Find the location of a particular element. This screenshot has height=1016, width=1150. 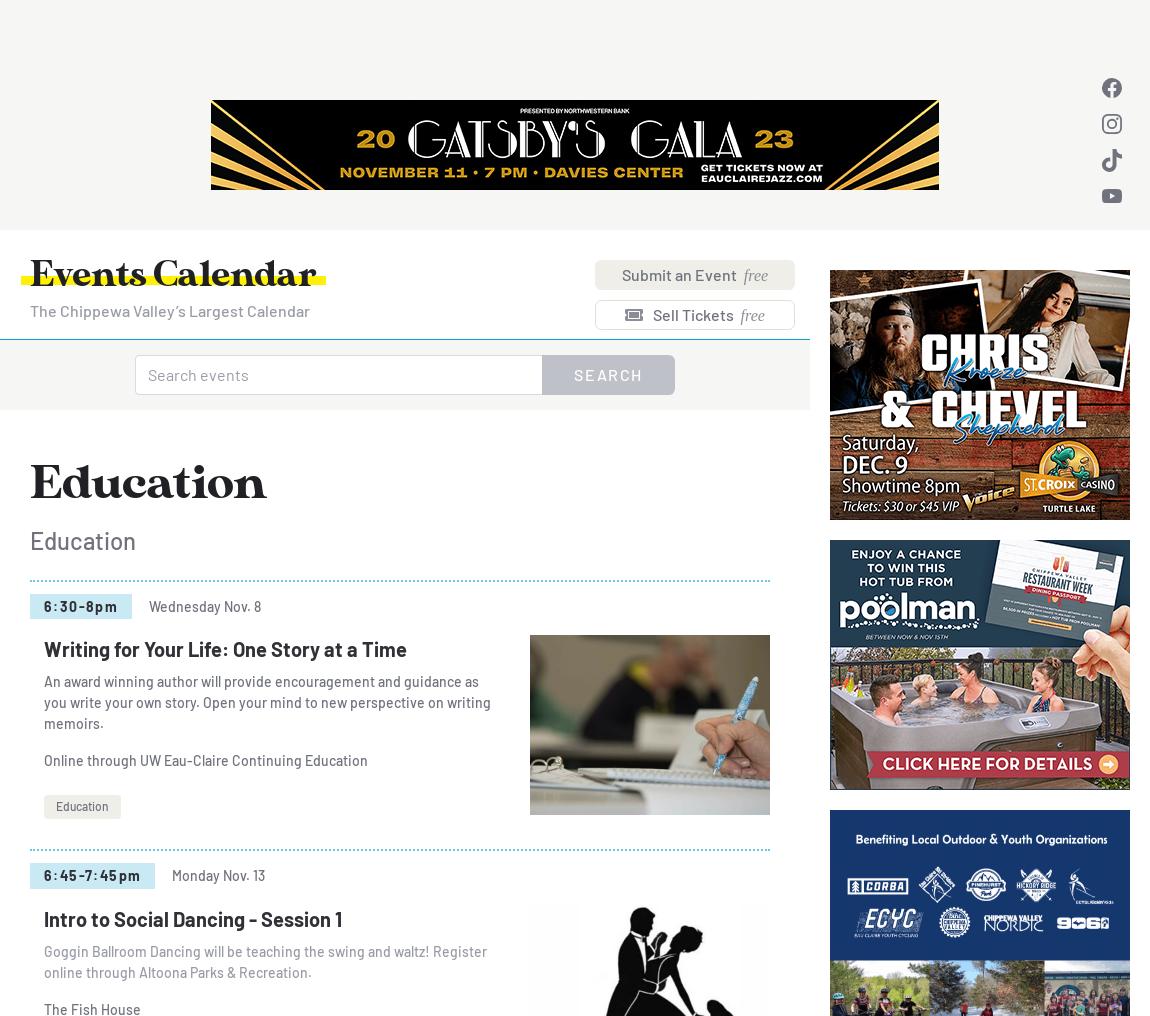

'Search' is located at coordinates (607, 374).